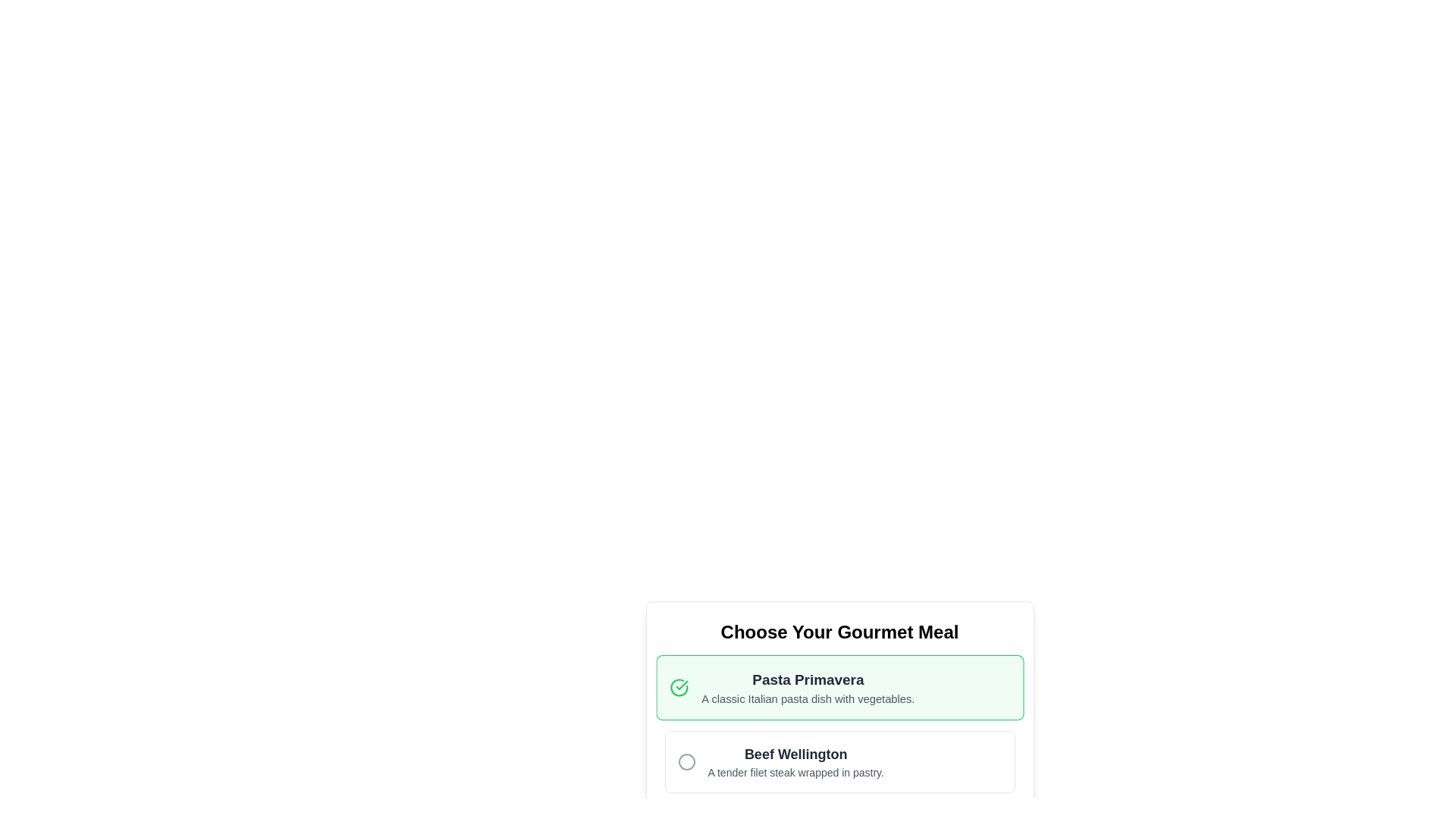  I want to click on the text label 'Beef Wellington', which is styled with a larger font size and bold, located in the second option block above the descriptive text 'A tender filet steak wrapped in pastry', so click(795, 755).